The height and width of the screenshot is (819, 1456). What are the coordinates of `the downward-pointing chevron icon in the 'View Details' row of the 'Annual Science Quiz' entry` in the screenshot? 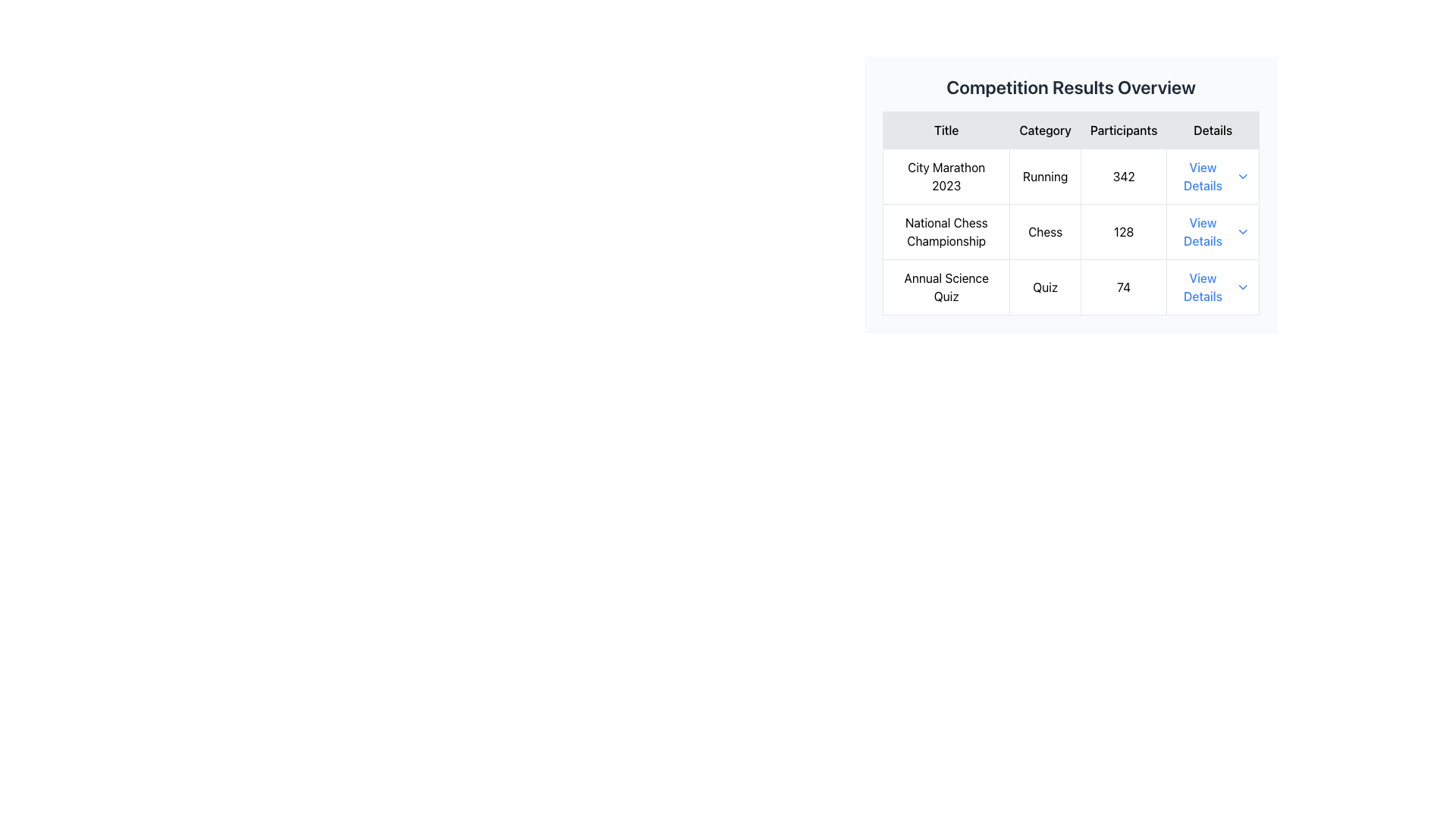 It's located at (1242, 287).